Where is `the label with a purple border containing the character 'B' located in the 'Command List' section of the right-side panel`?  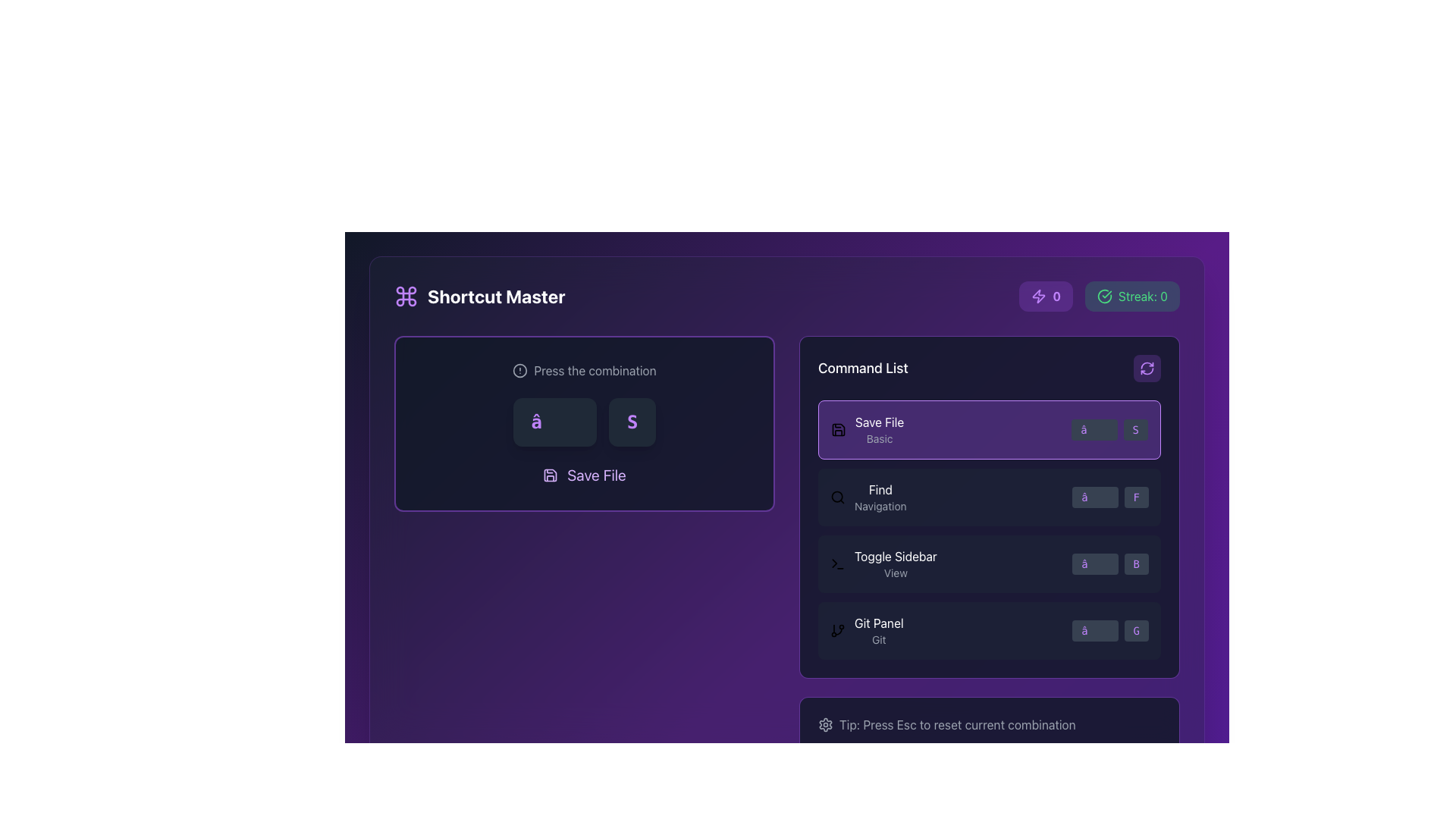
the label with a purple border containing the character 'B' located in the 'Command List' section of the right-side panel is located at coordinates (1136, 564).